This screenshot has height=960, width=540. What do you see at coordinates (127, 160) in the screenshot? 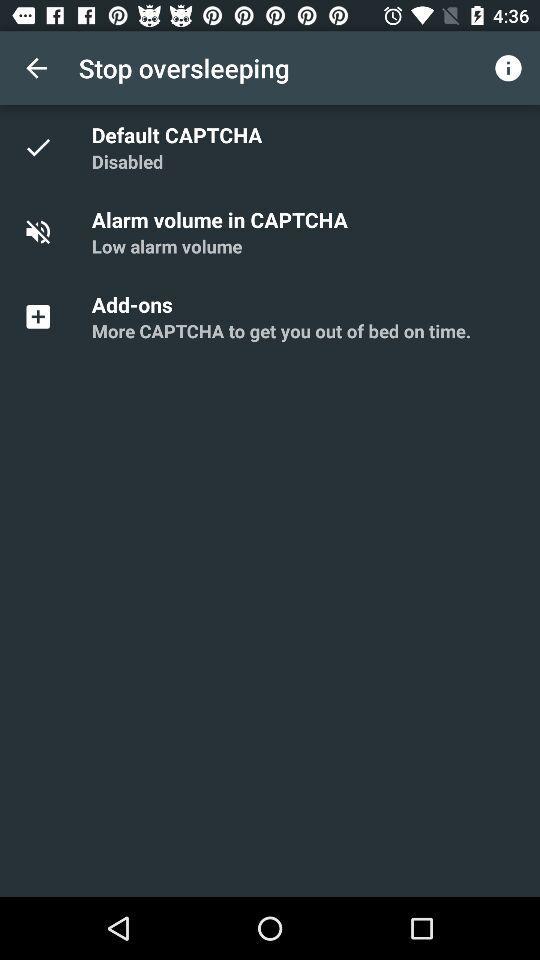
I see `the disabled` at bounding box center [127, 160].